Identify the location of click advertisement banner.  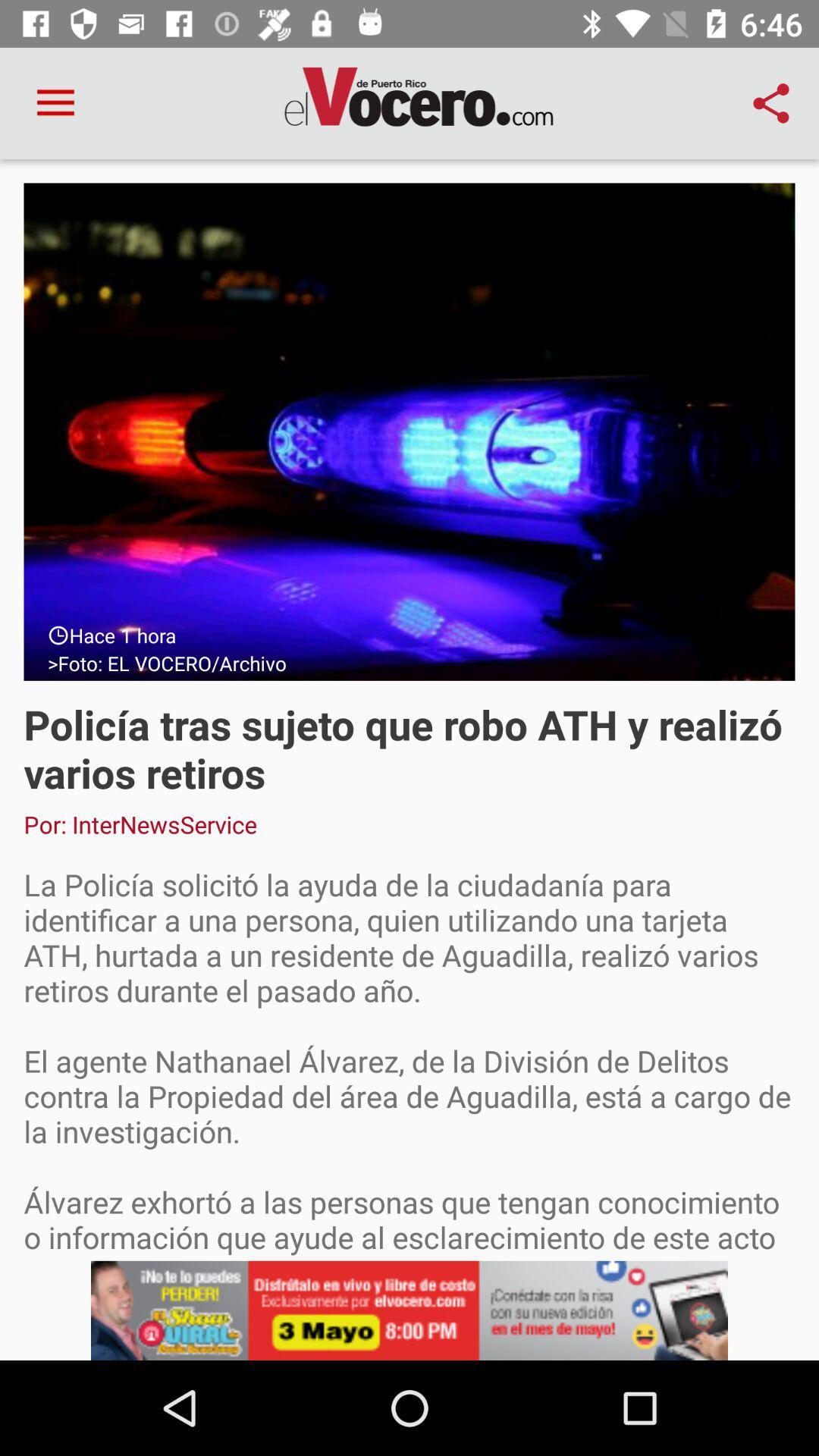
(409, 1310).